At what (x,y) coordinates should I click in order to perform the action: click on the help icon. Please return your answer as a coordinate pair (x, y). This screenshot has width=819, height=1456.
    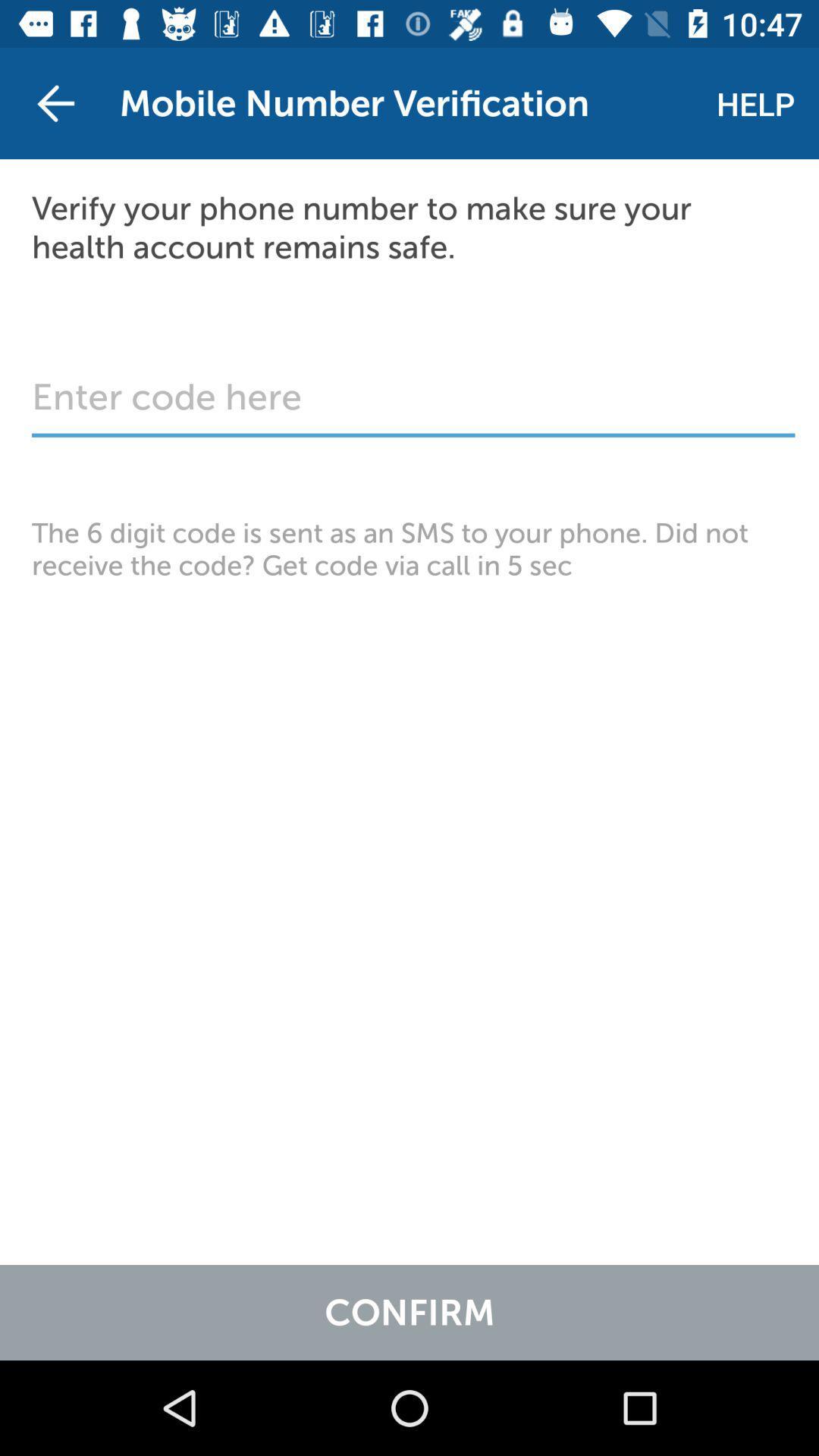
    Looking at the image, I should click on (755, 102).